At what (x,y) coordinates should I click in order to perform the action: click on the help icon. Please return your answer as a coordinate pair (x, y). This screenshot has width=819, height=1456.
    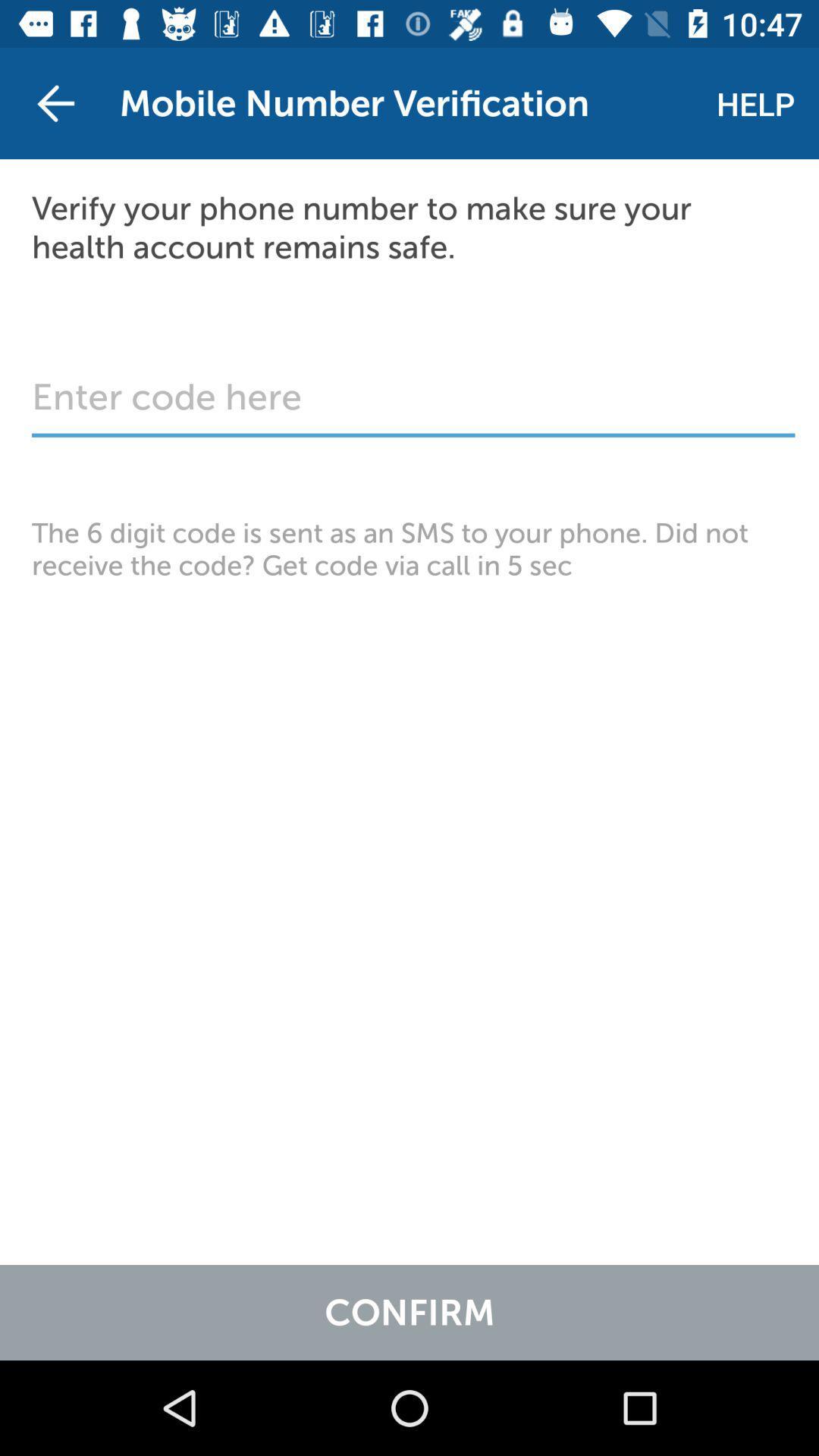
    Looking at the image, I should click on (755, 102).